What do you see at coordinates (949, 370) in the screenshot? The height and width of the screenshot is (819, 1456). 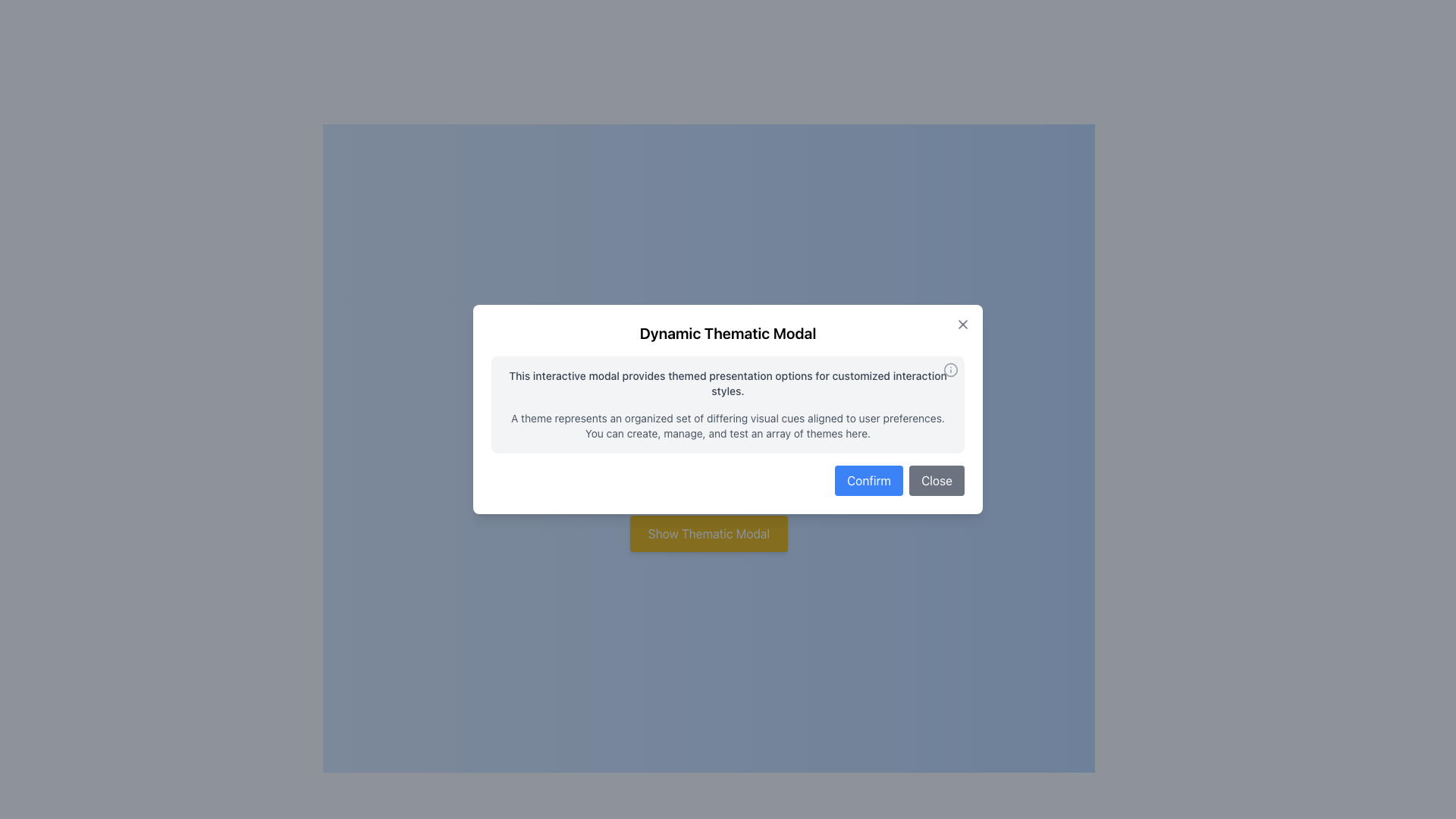 I see `the Icon Button located in the top-right corner of the modal box` at bounding box center [949, 370].